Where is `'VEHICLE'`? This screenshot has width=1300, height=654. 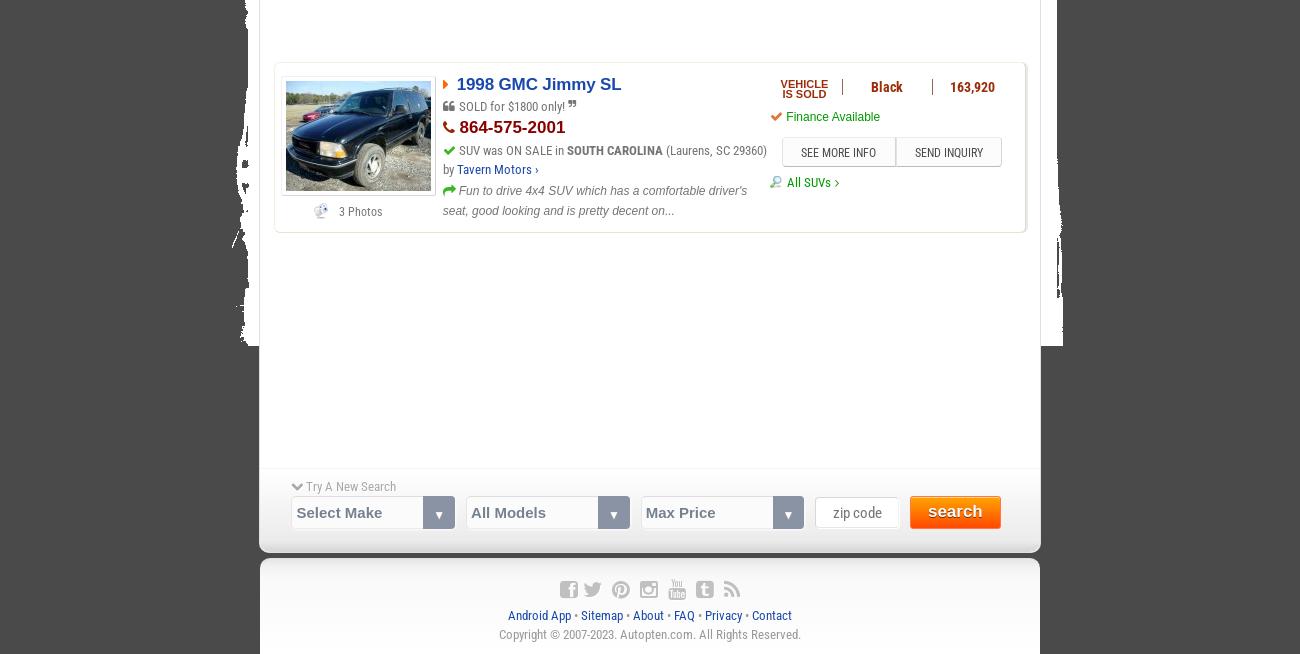
'VEHICLE' is located at coordinates (803, 82).